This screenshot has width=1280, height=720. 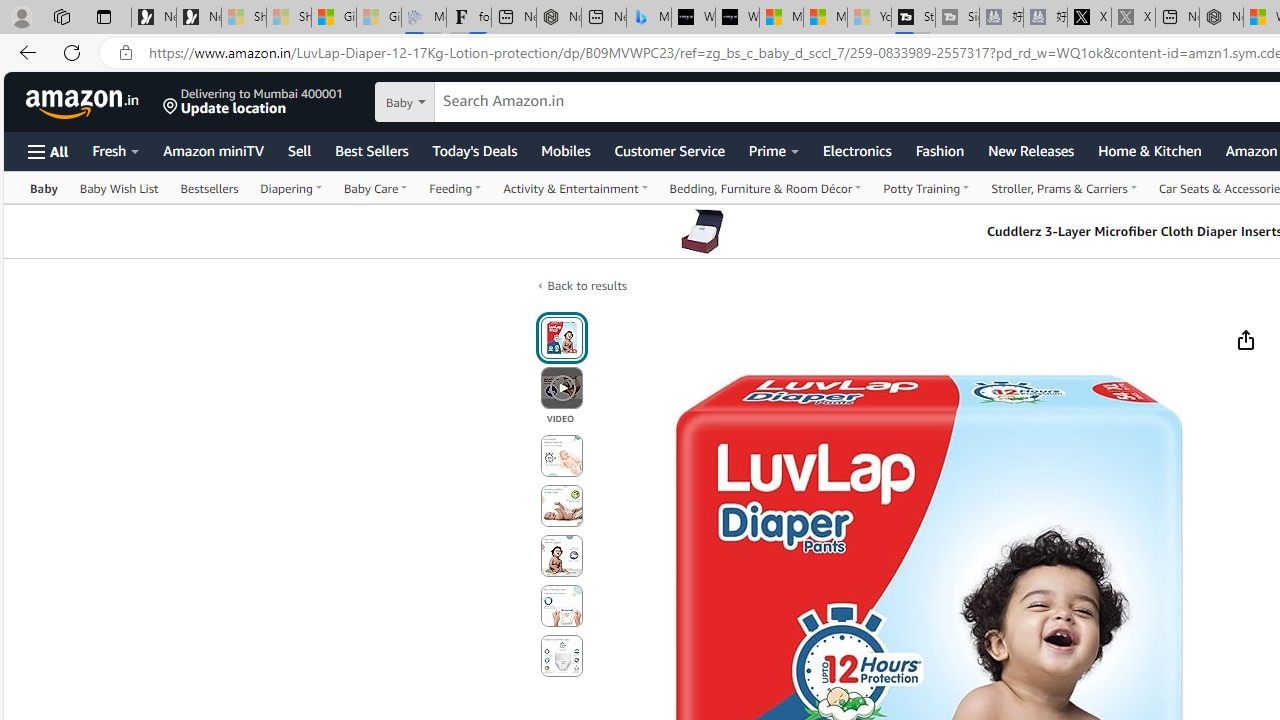 I want to click on 'Baby Wish List', so click(x=118, y=187).